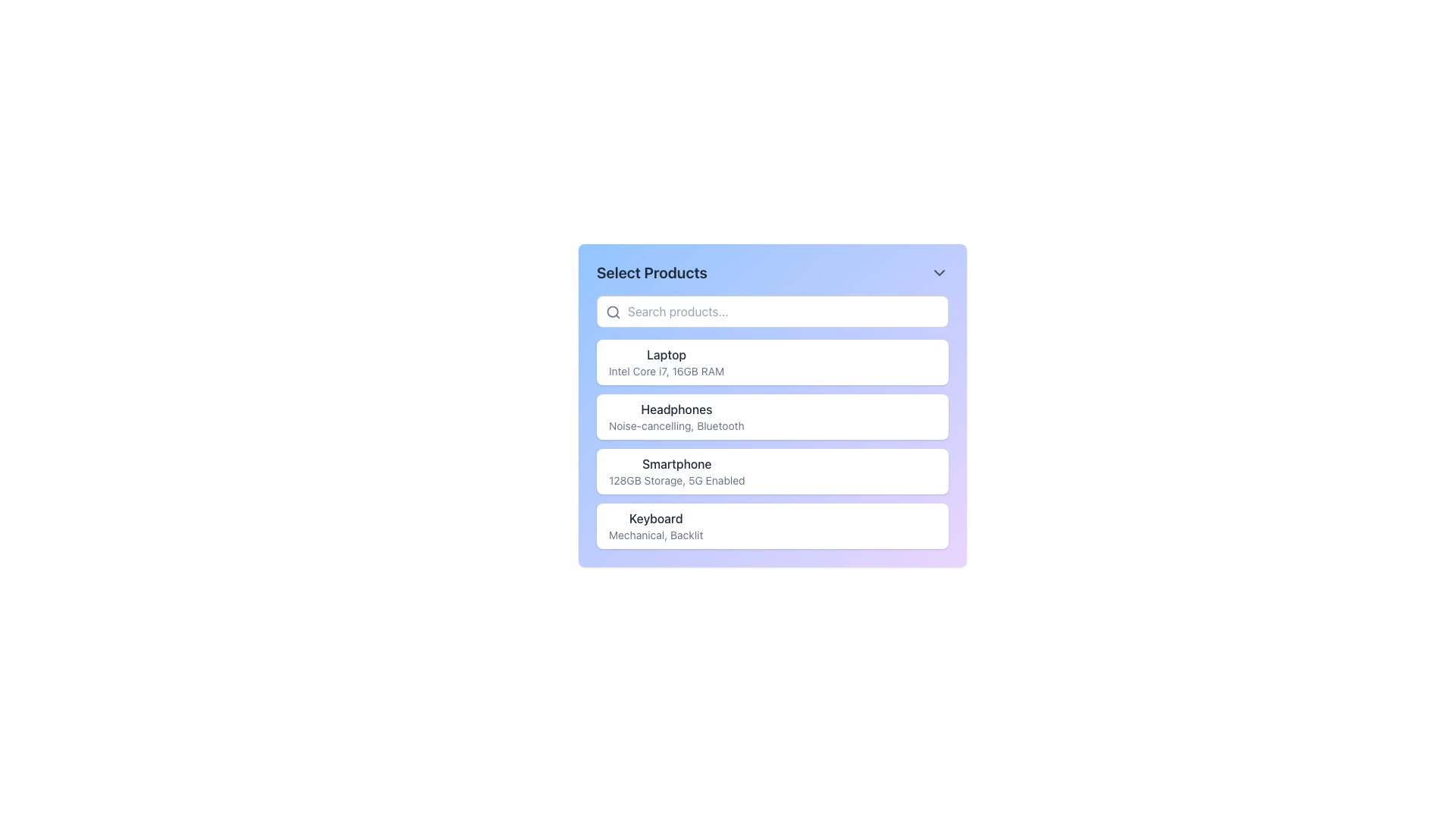  What do you see at coordinates (613, 311) in the screenshot?
I see `the circular part of the magnifying glass icon located at the top-left of the 'Select Products' dropdown panel` at bounding box center [613, 311].